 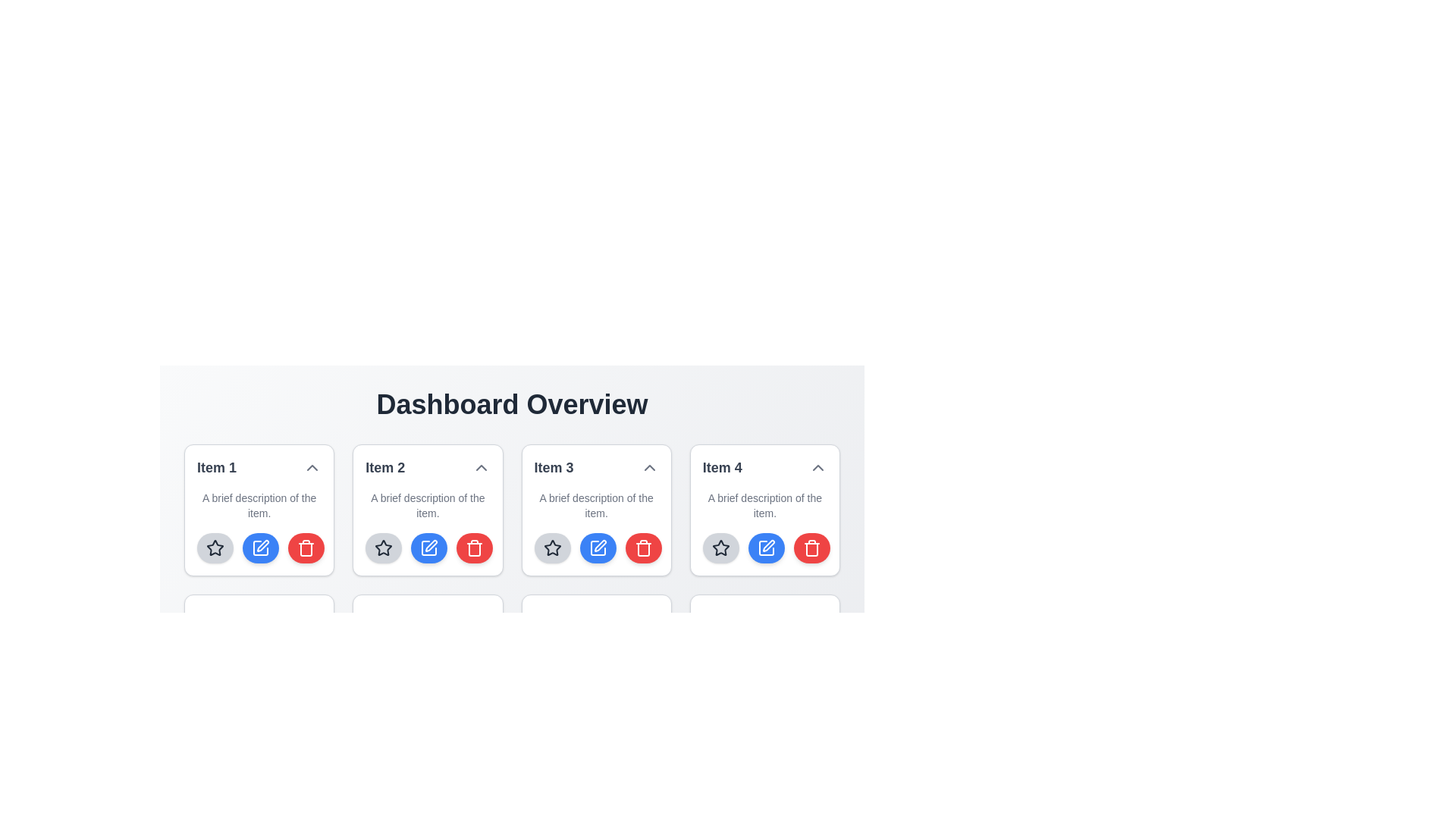 What do you see at coordinates (259, 548) in the screenshot?
I see `the edit button located within the 'Item 1' card, positioned between a gray button with a star icon and a red button with a trash icon, to observe a hover effect` at bounding box center [259, 548].